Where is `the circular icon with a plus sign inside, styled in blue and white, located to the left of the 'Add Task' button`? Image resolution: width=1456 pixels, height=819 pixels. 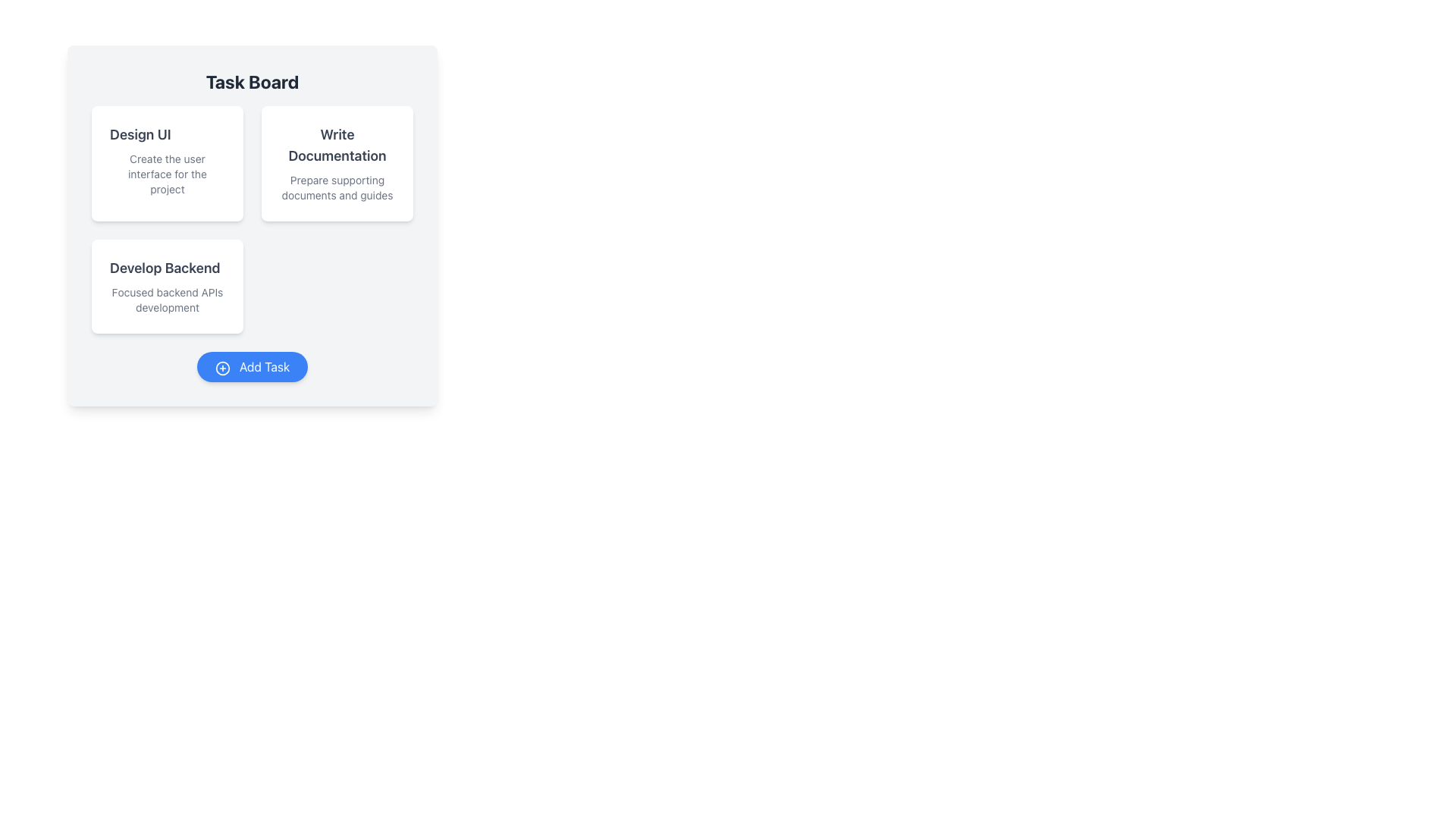
the circular icon with a plus sign inside, styled in blue and white, located to the left of the 'Add Task' button is located at coordinates (221, 368).